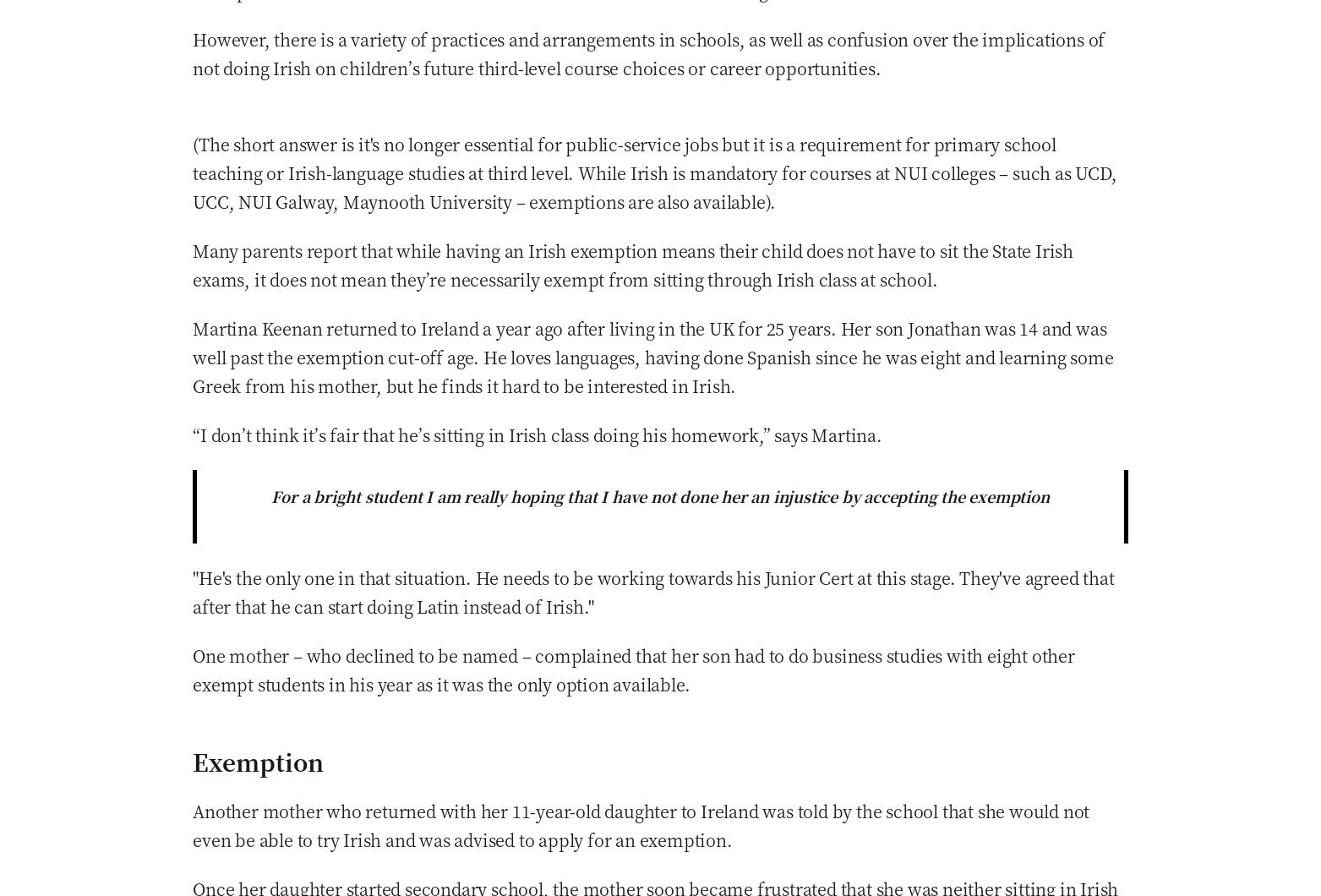 Image resolution: width=1321 pixels, height=896 pixels. I want to click on 'Exemption', so click(257, 761).